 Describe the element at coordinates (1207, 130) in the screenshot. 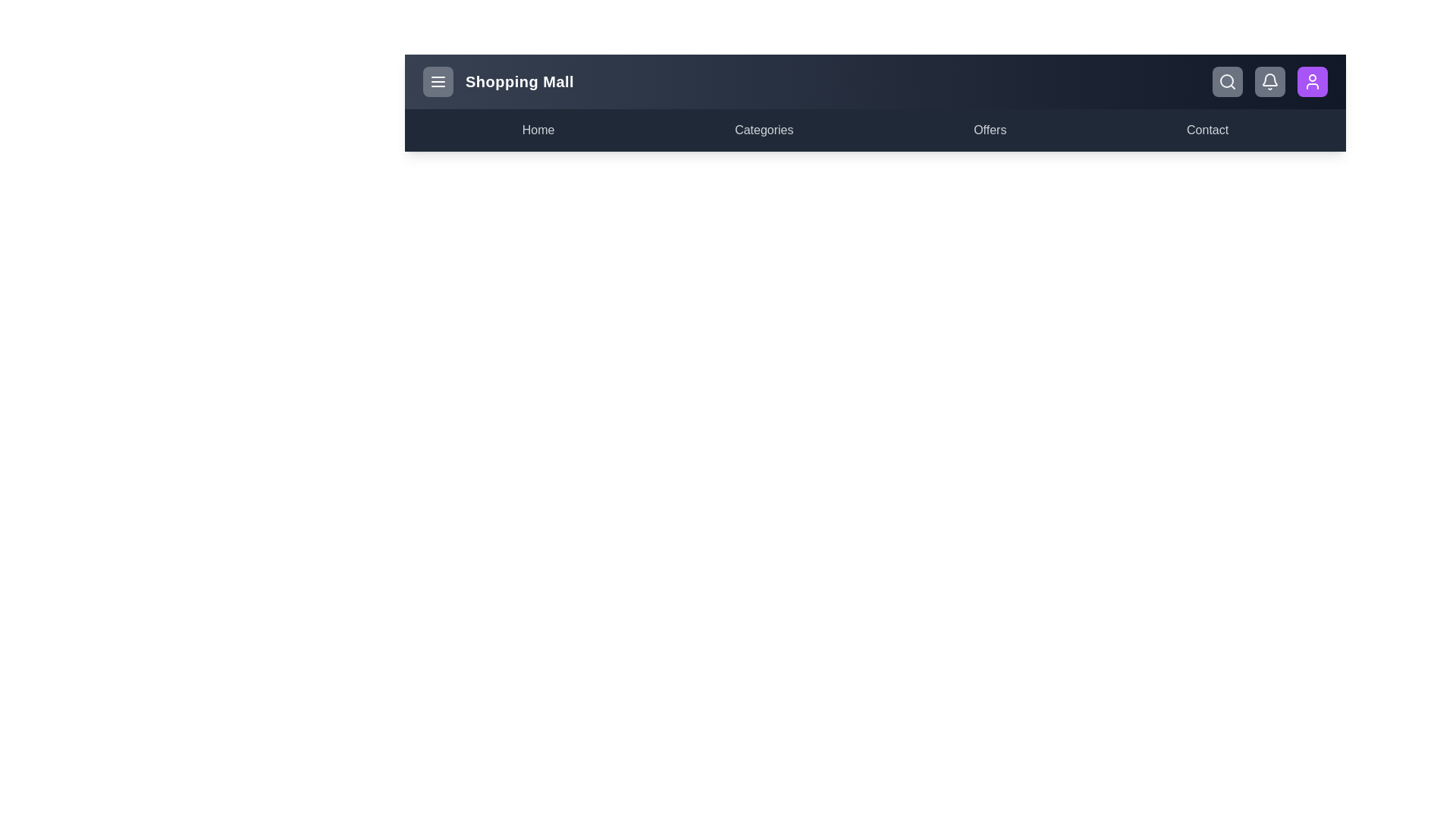

I see `the menu item Contact` at that location.